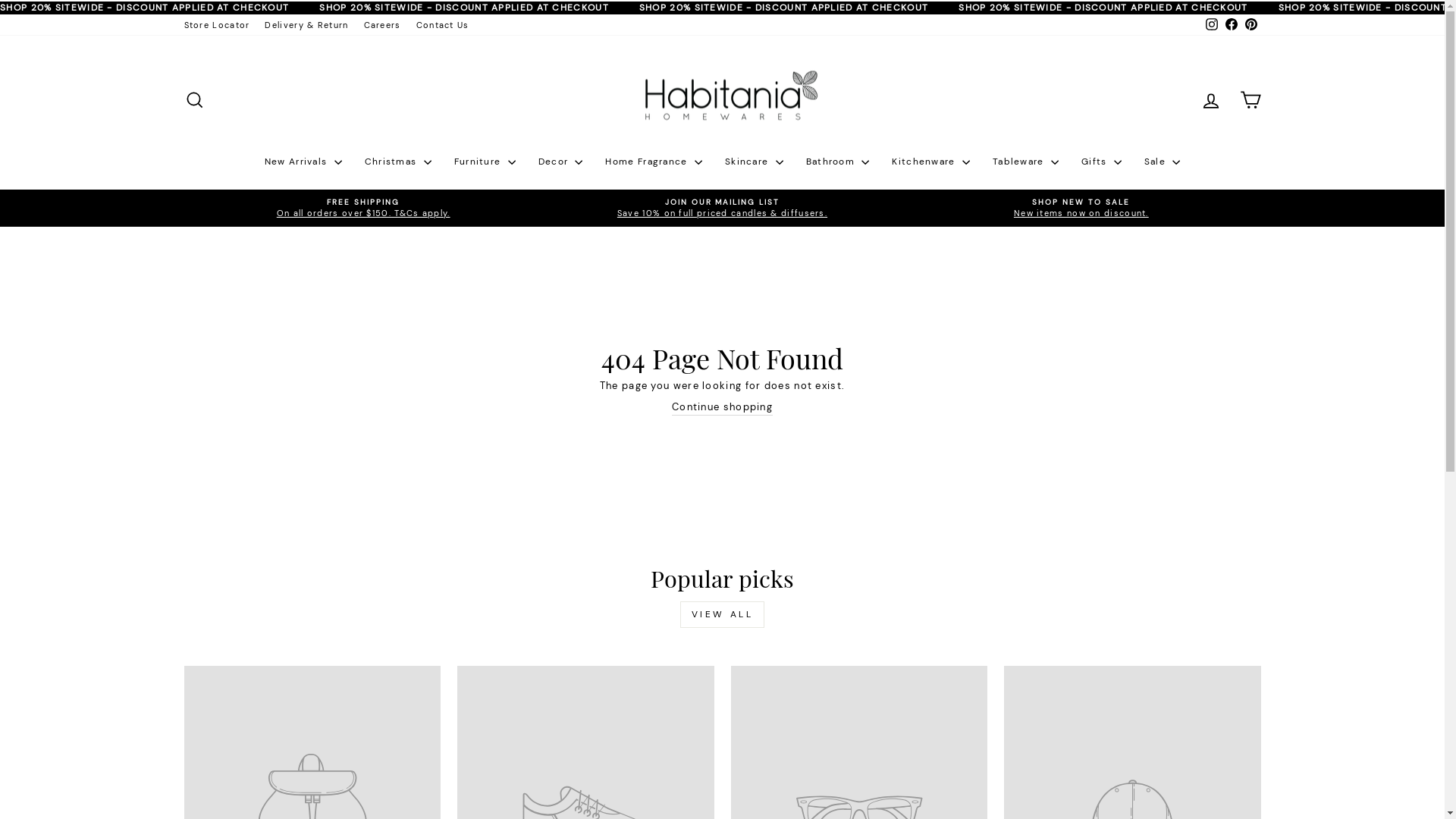 Image resolution: width=1456 pixels, height=819 pixels. I want to click on 'Pinterest', so click(1250, 26).